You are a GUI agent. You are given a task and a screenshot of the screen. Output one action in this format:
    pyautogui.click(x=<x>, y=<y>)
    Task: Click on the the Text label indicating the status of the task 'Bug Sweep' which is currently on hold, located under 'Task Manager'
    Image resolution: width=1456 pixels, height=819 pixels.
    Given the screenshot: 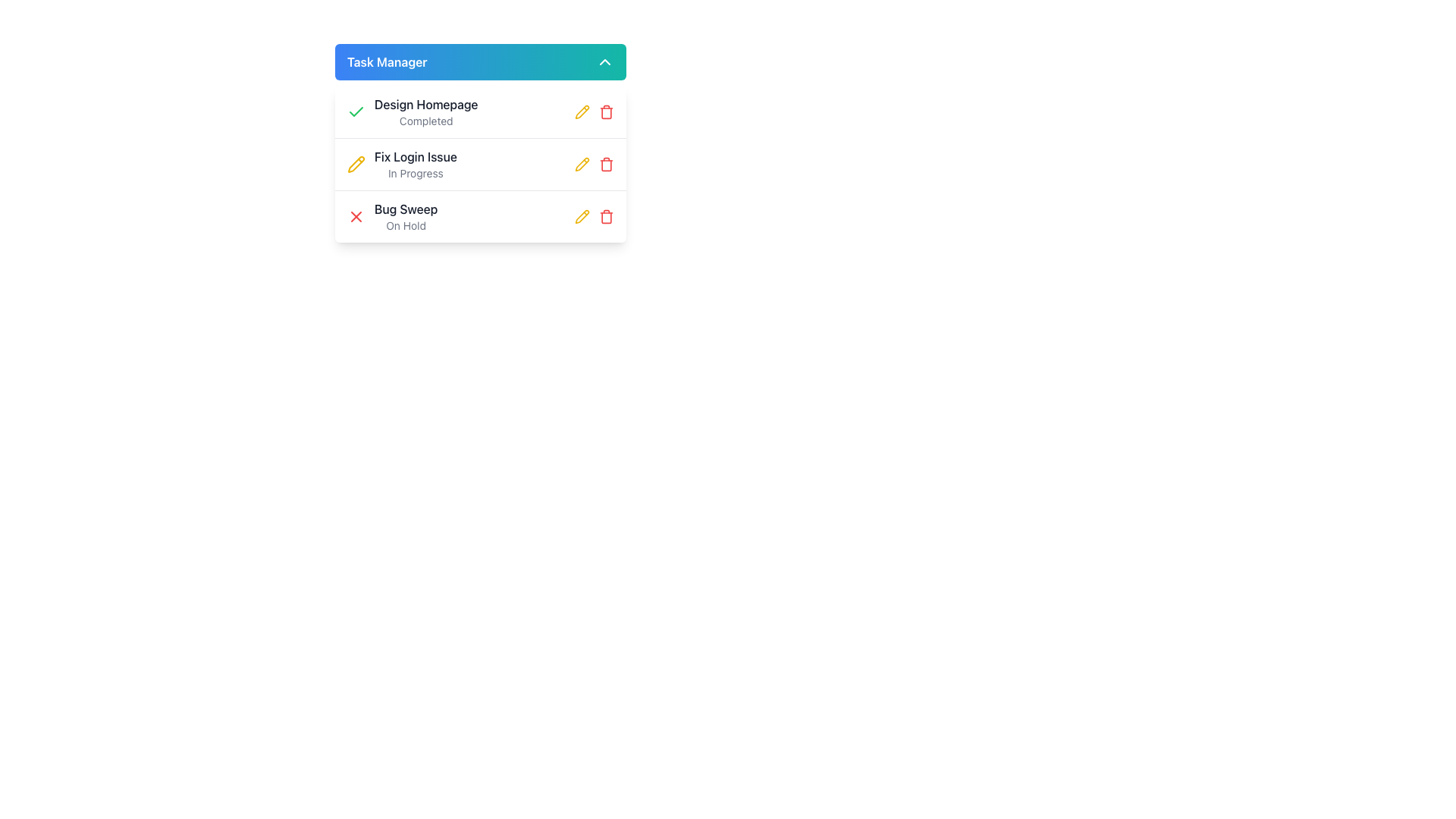 What is the action you would take?
    pyautogui.click(x=392, y=216)
    